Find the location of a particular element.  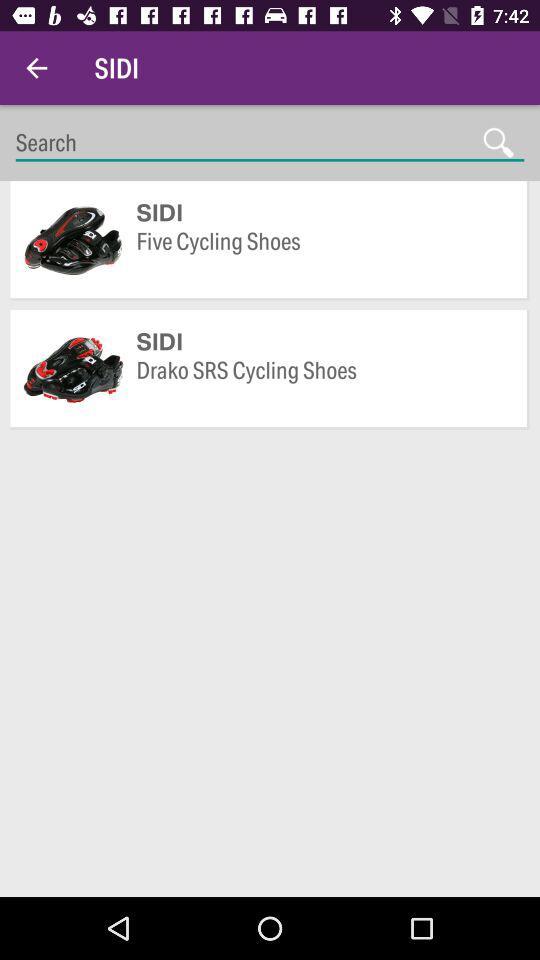

the drako srs cycling icon is located at coordinates (322, 384).